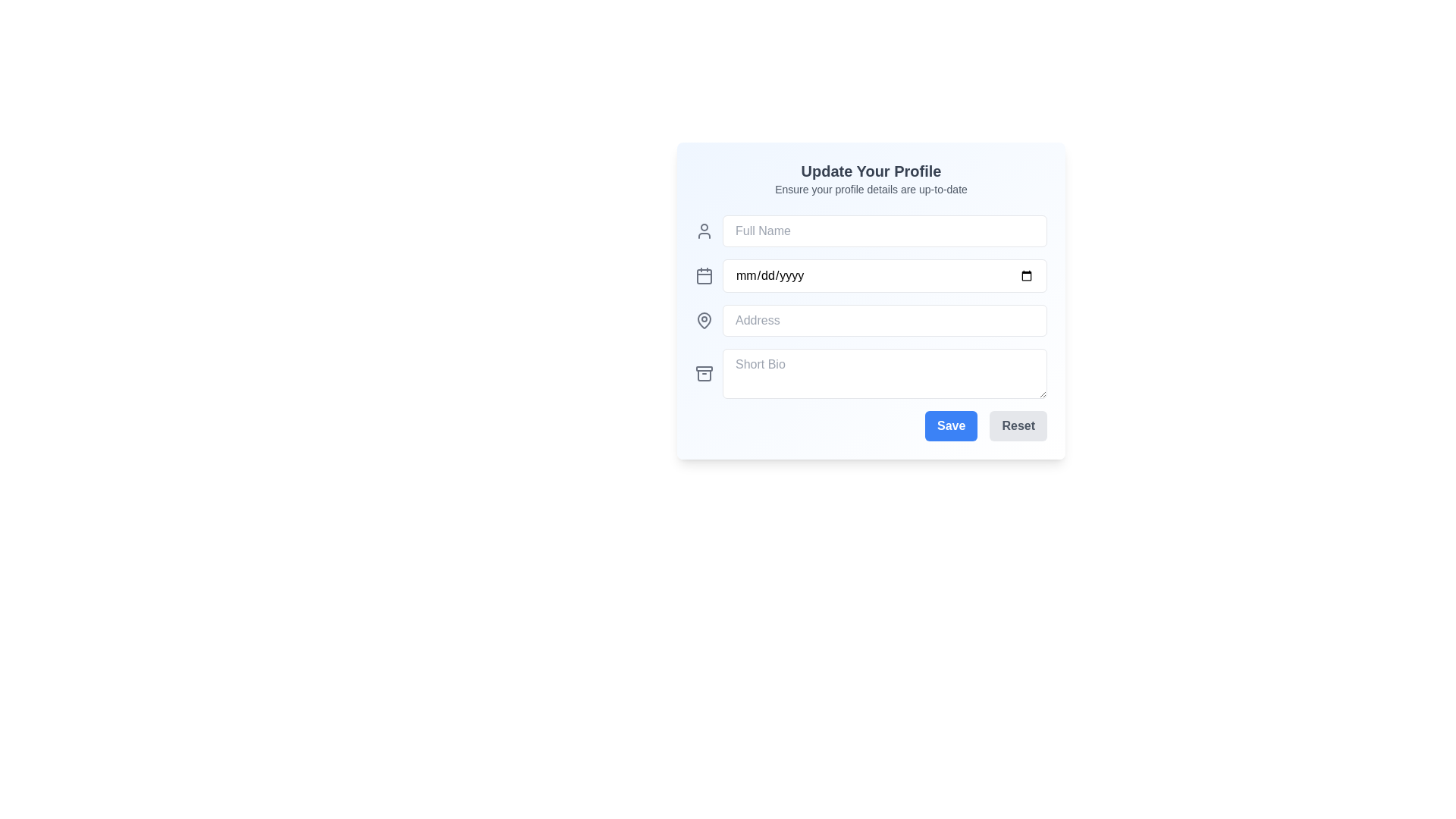 The width and height of the screenshot is (1456, 819). I want to click on the address input field located in the 'Update Your Profile' section, which is positioned between the 'Date of Birth' and 'Short Bio' fields, so click(871, 327).